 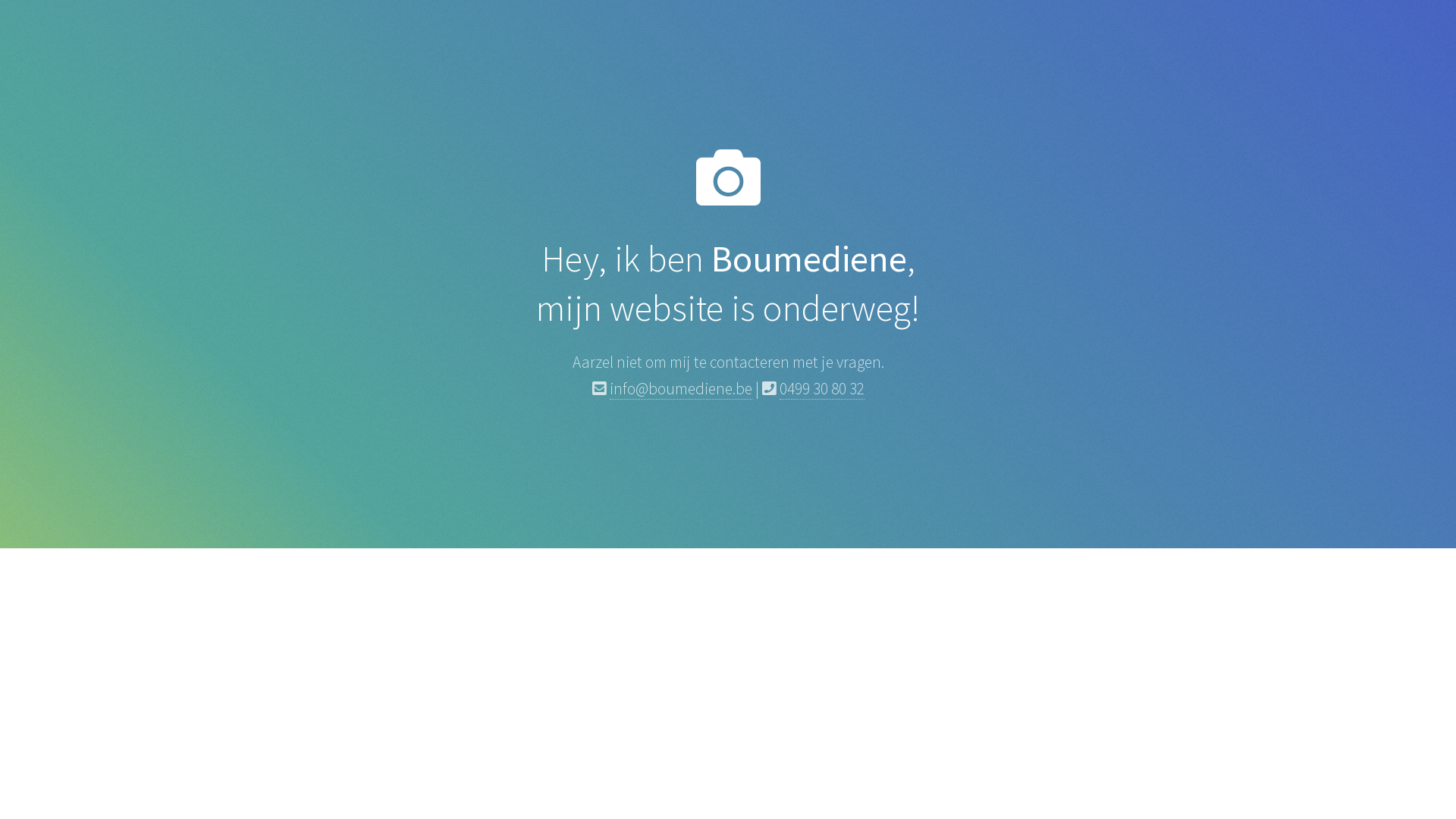 What do you see at coordinates (679, 388) in the screenshot?
I see `'info@boumediene.be'` at bounding box center [679, 388].